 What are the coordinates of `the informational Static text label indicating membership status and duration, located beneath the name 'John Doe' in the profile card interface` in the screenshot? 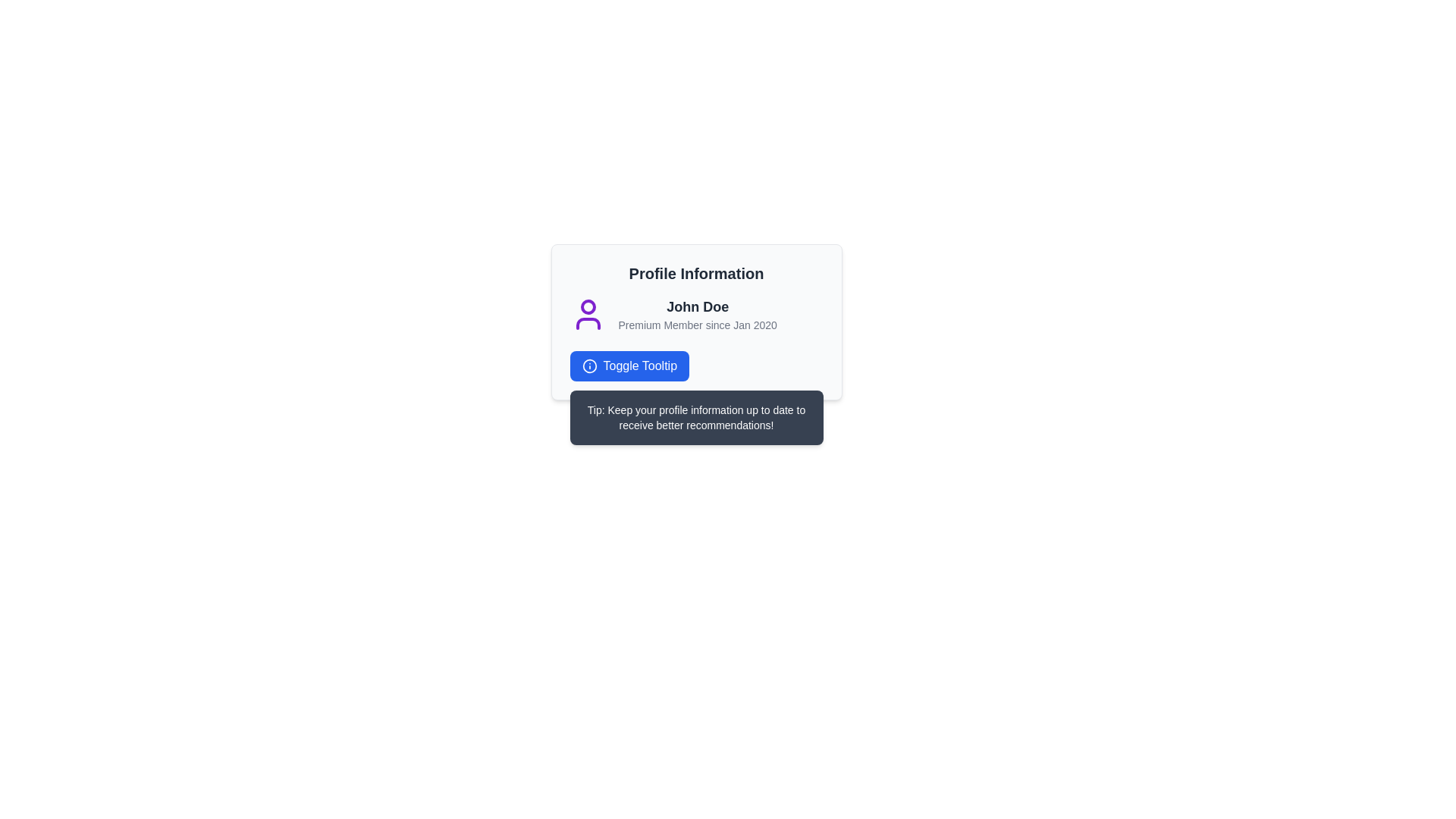 It's located at (697, 324).